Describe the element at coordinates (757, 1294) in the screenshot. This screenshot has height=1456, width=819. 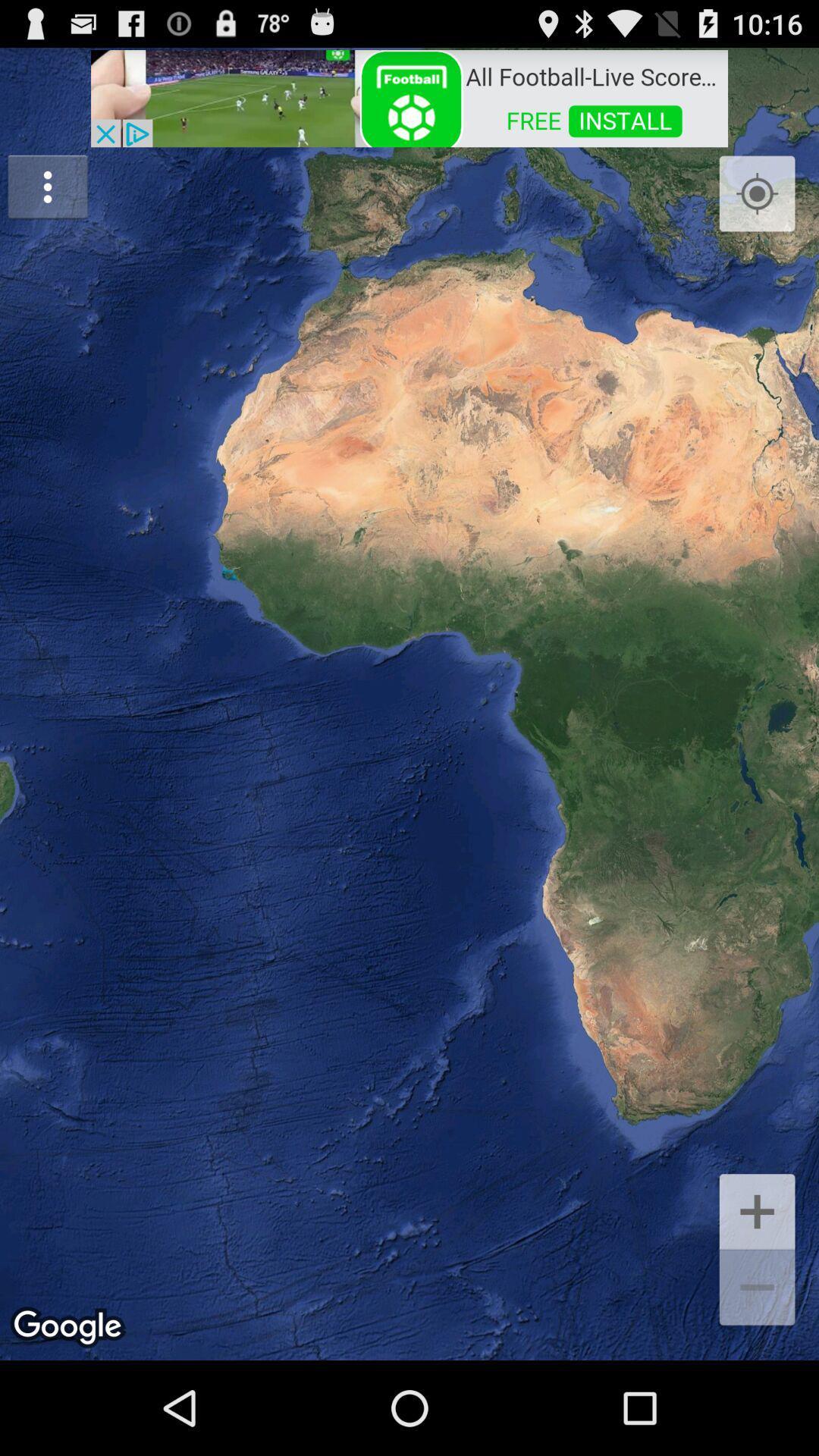
I see `the add icon` at that location.